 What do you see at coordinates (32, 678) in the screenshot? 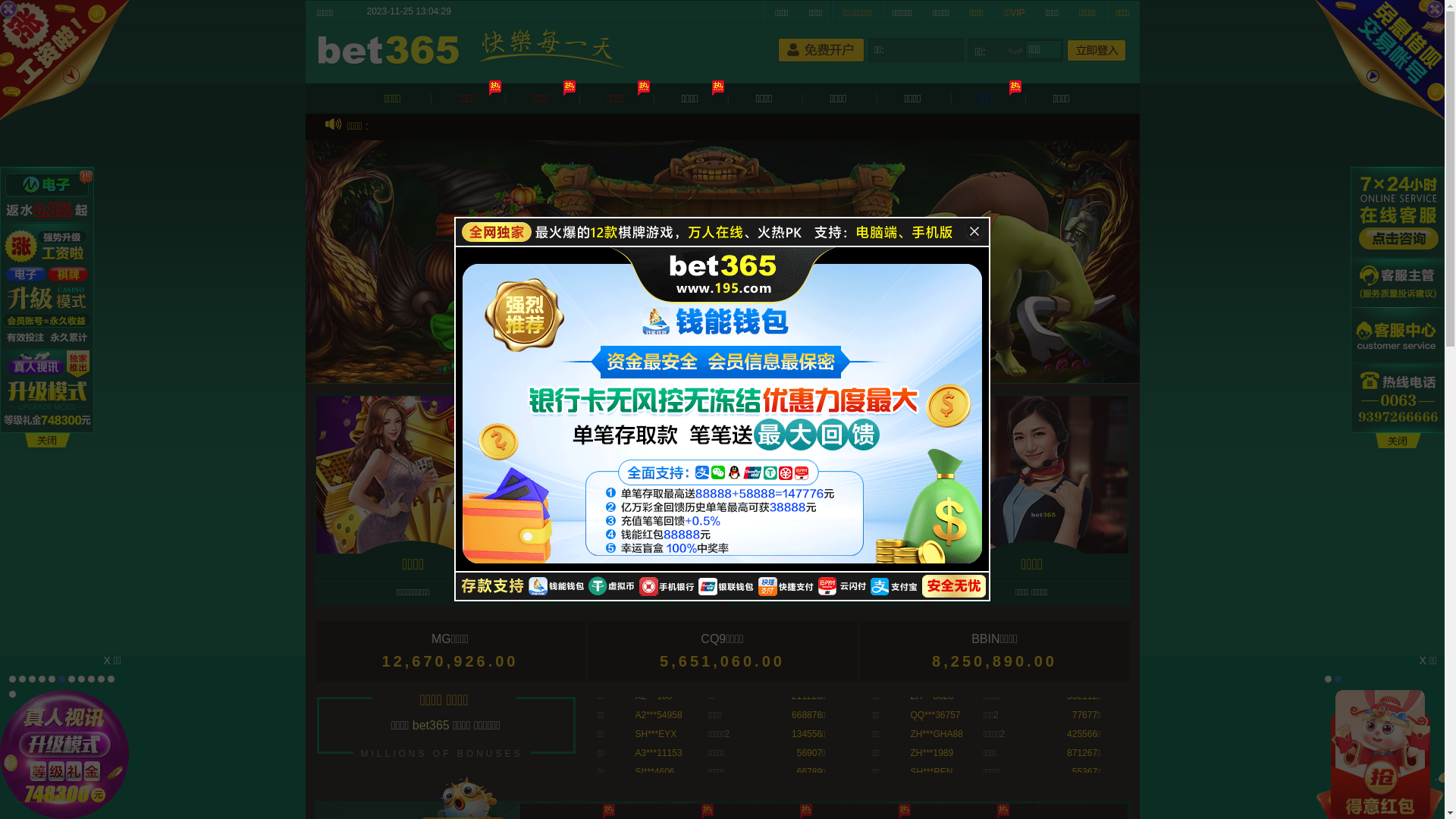
I see `'3'` at bounding box center [32, 678].